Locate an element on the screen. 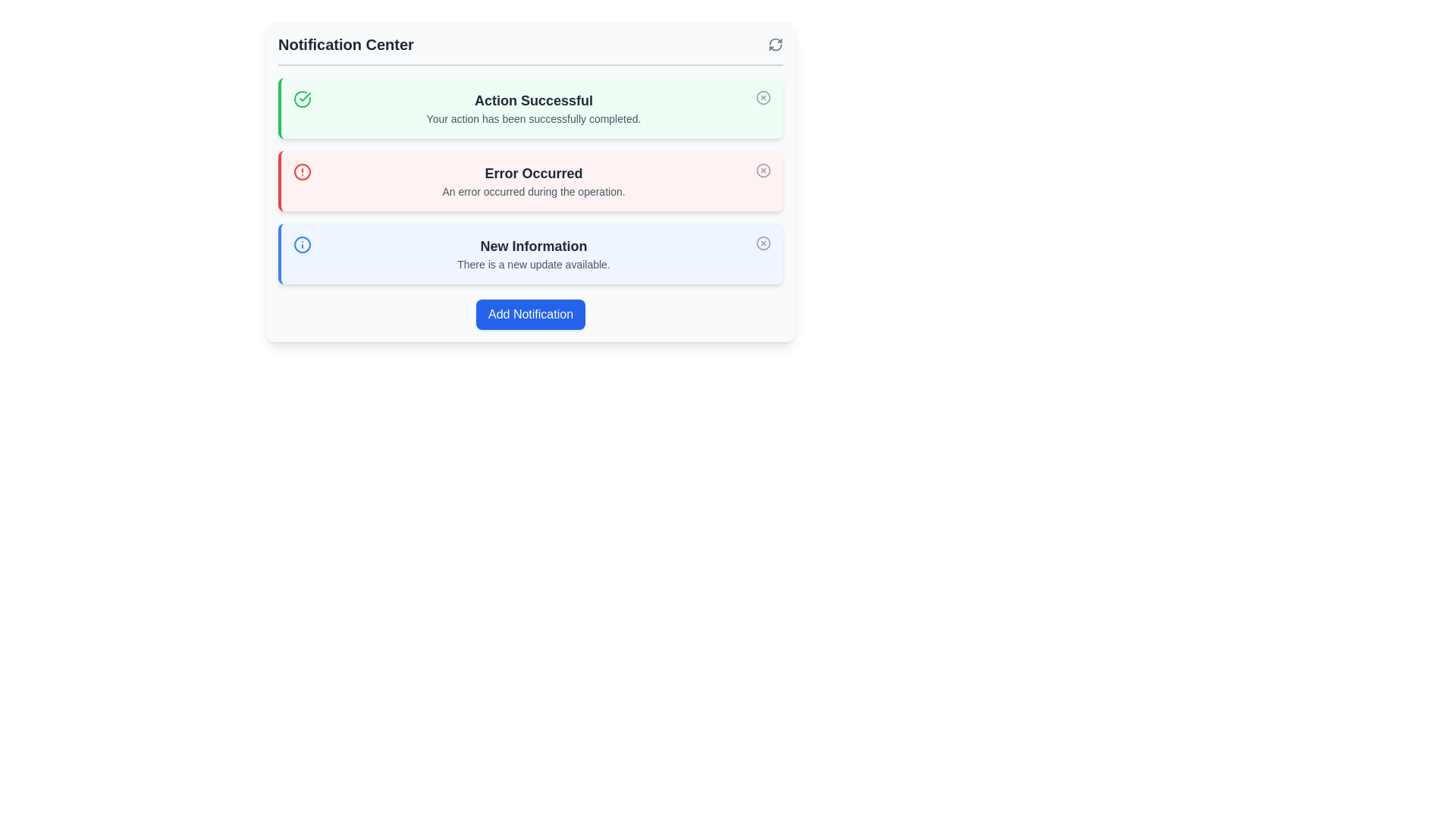 This screenshot has width=1456, height=819. the circular refresh button located in the top-right corner of the Notification Center interface is located at coordinates (775, 43).